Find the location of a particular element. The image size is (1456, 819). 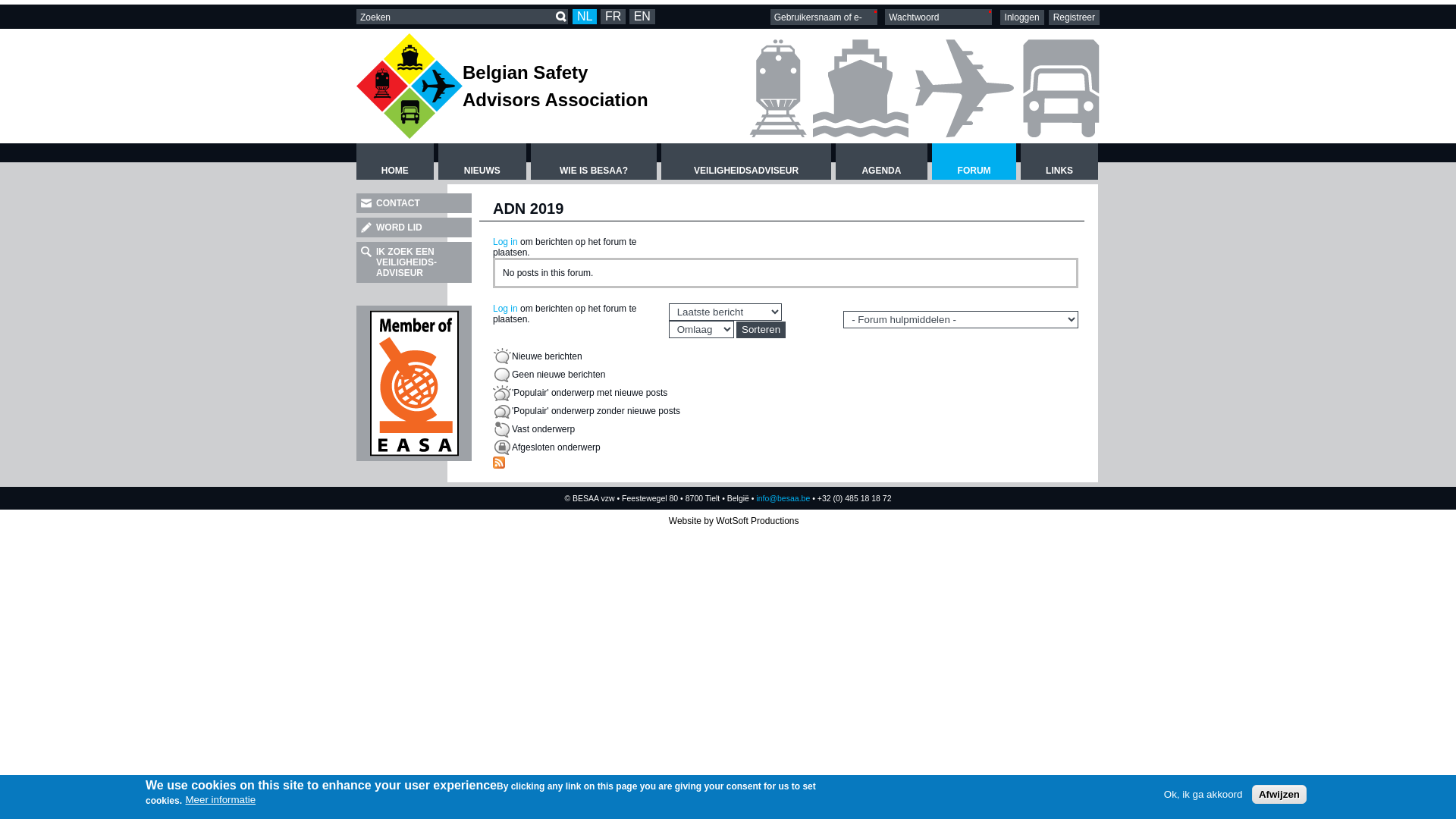

'Ok, ik ga akkoord' is located at coordinates (1203, 793).